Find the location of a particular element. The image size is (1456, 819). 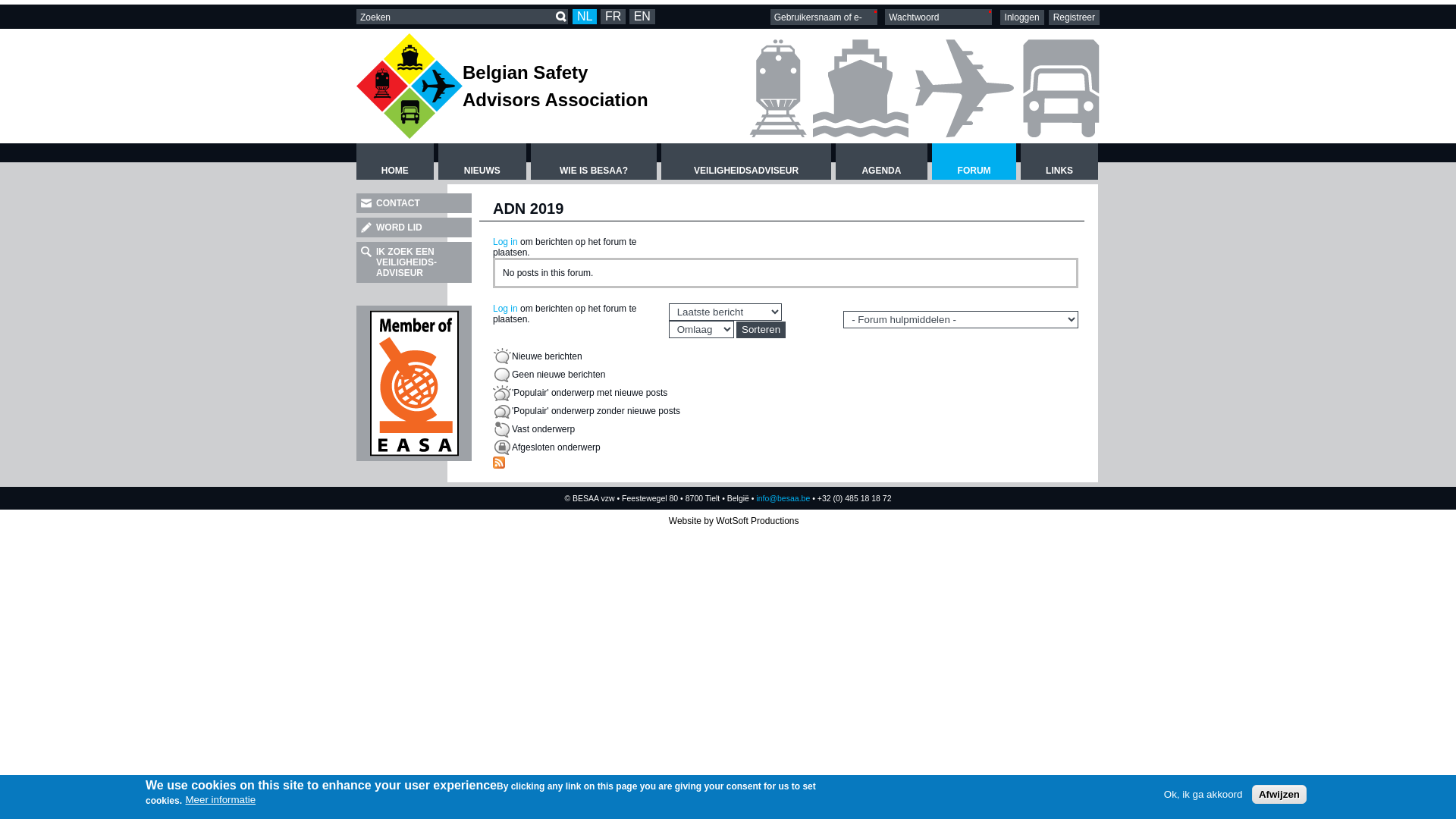

'Ok, ik ga akkoord' is located at coordinates (1203, 793).